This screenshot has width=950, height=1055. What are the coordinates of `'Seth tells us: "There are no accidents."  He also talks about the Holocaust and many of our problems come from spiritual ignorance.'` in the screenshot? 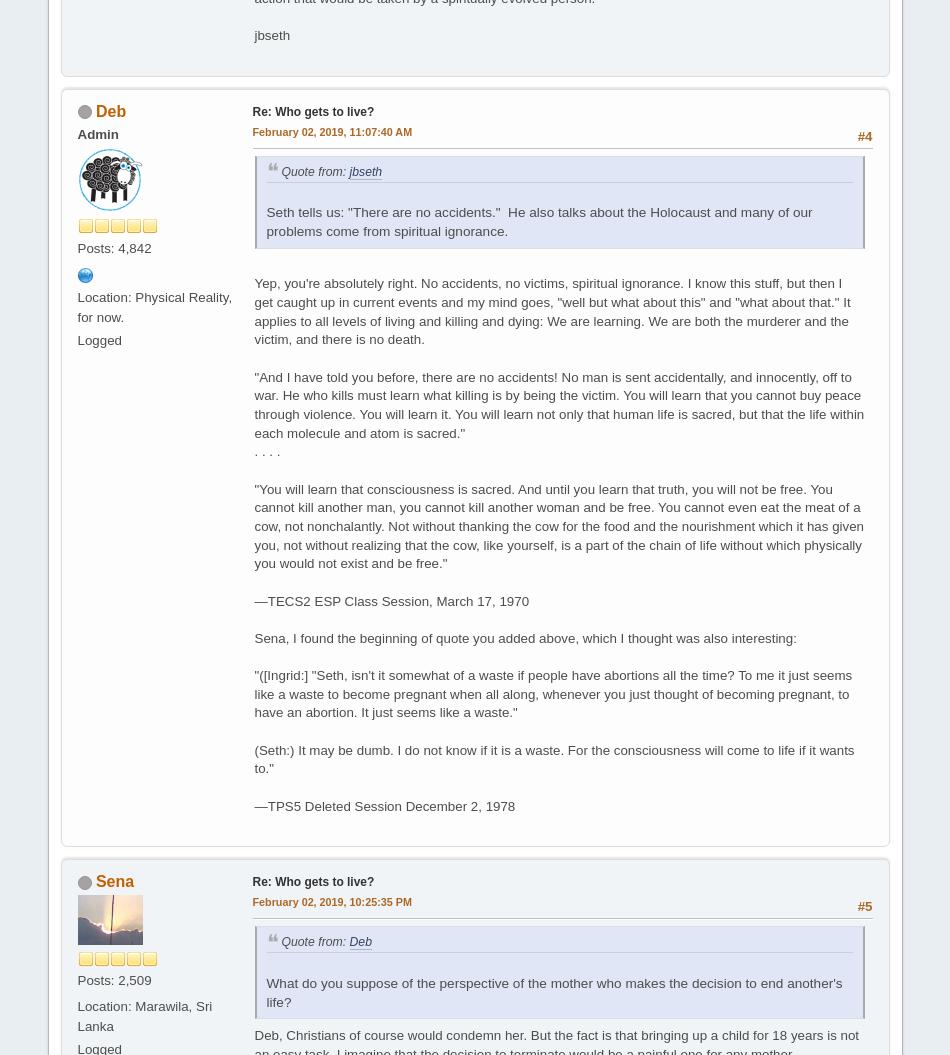 It's located at (539, 220).